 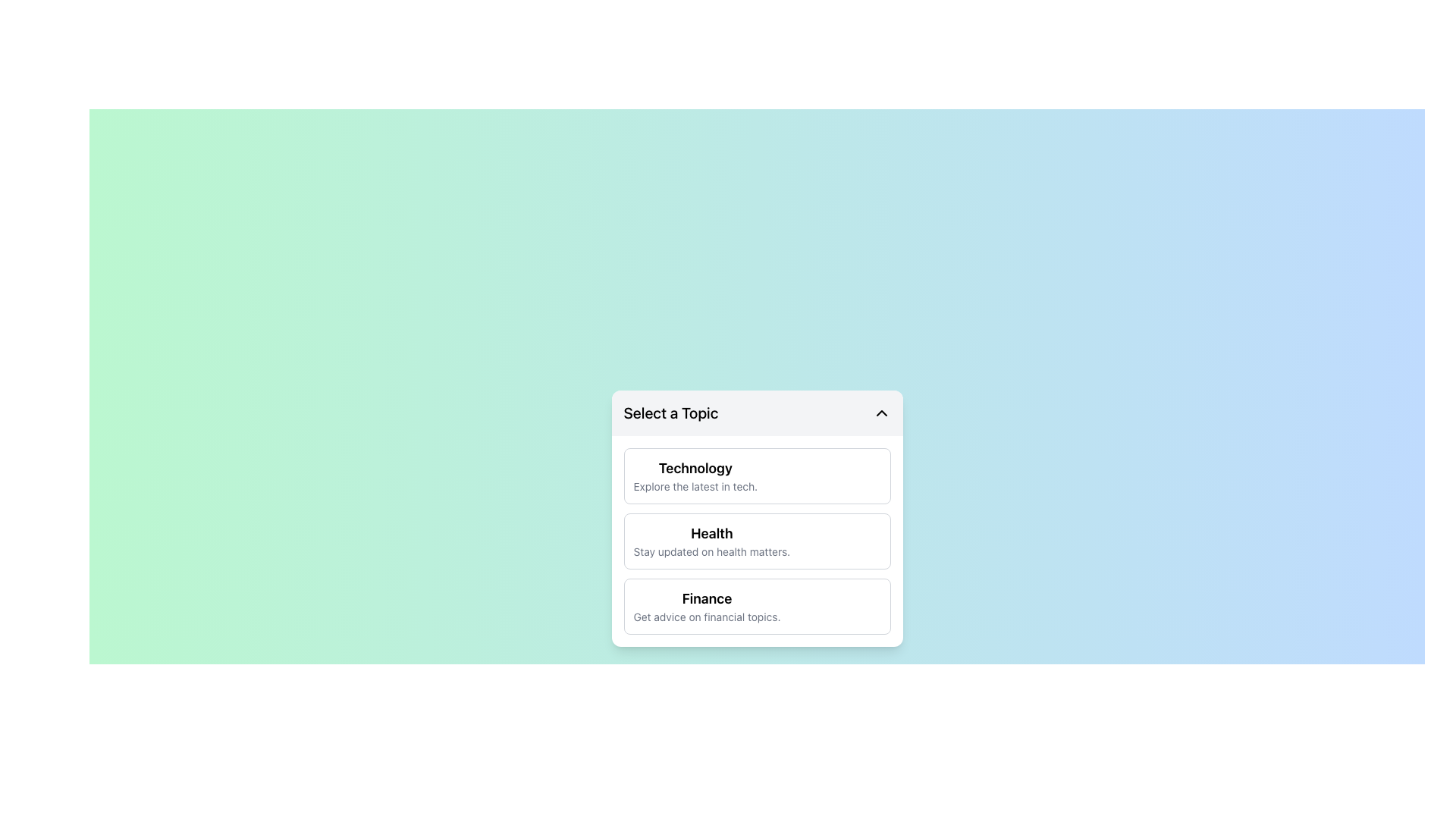 I want to click on the list item titled 'Health', so click(x=711, y=540).